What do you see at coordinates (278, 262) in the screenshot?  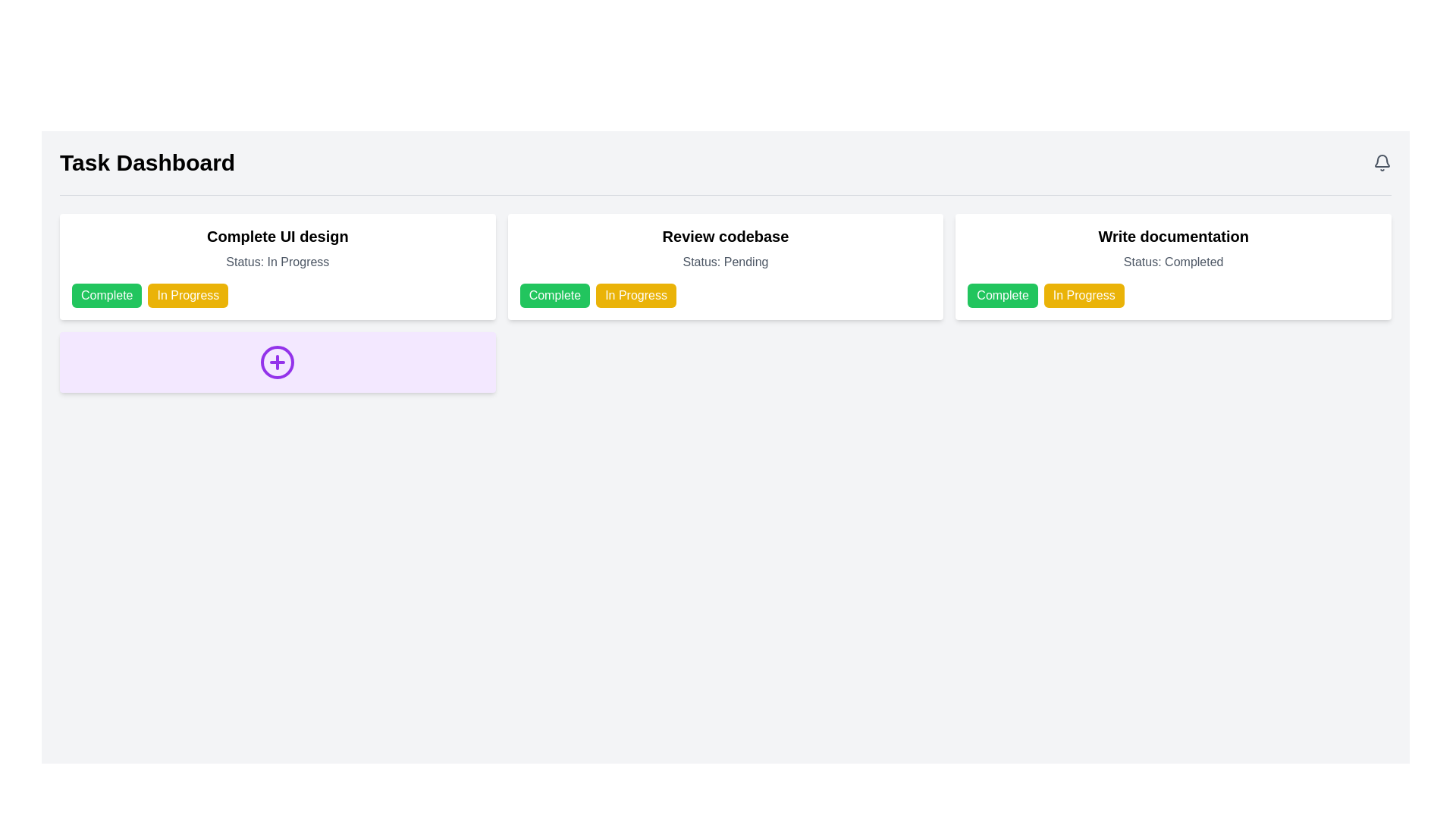 I see `the static text displaying the current status of the task labeled 'Complete UI design', which is located in the center-left card of the dashboard, positioned below the heading and above the buttons` at bounding box center [278, 262].